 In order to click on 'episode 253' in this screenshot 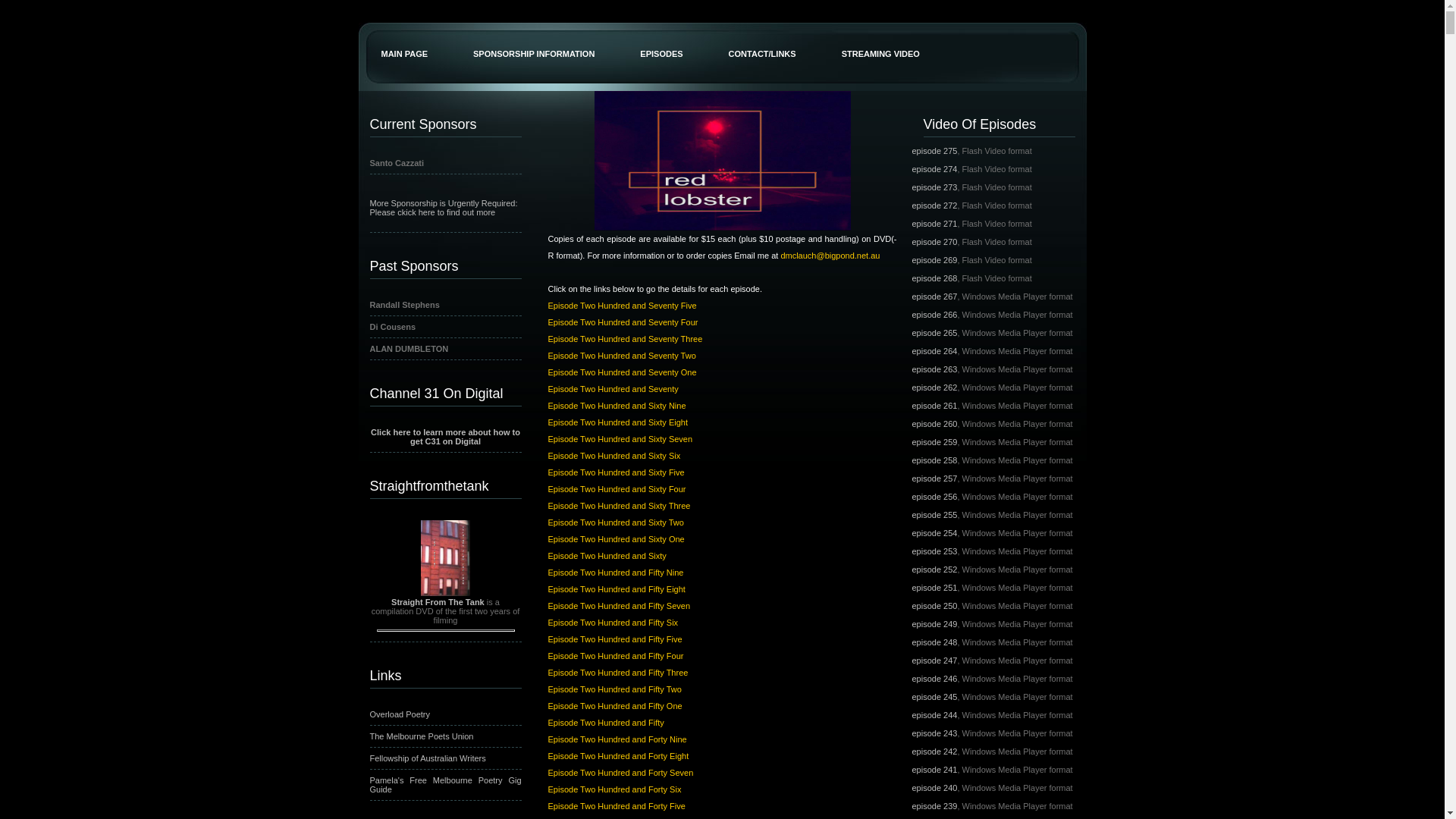, I will do `click(934, 551)`.